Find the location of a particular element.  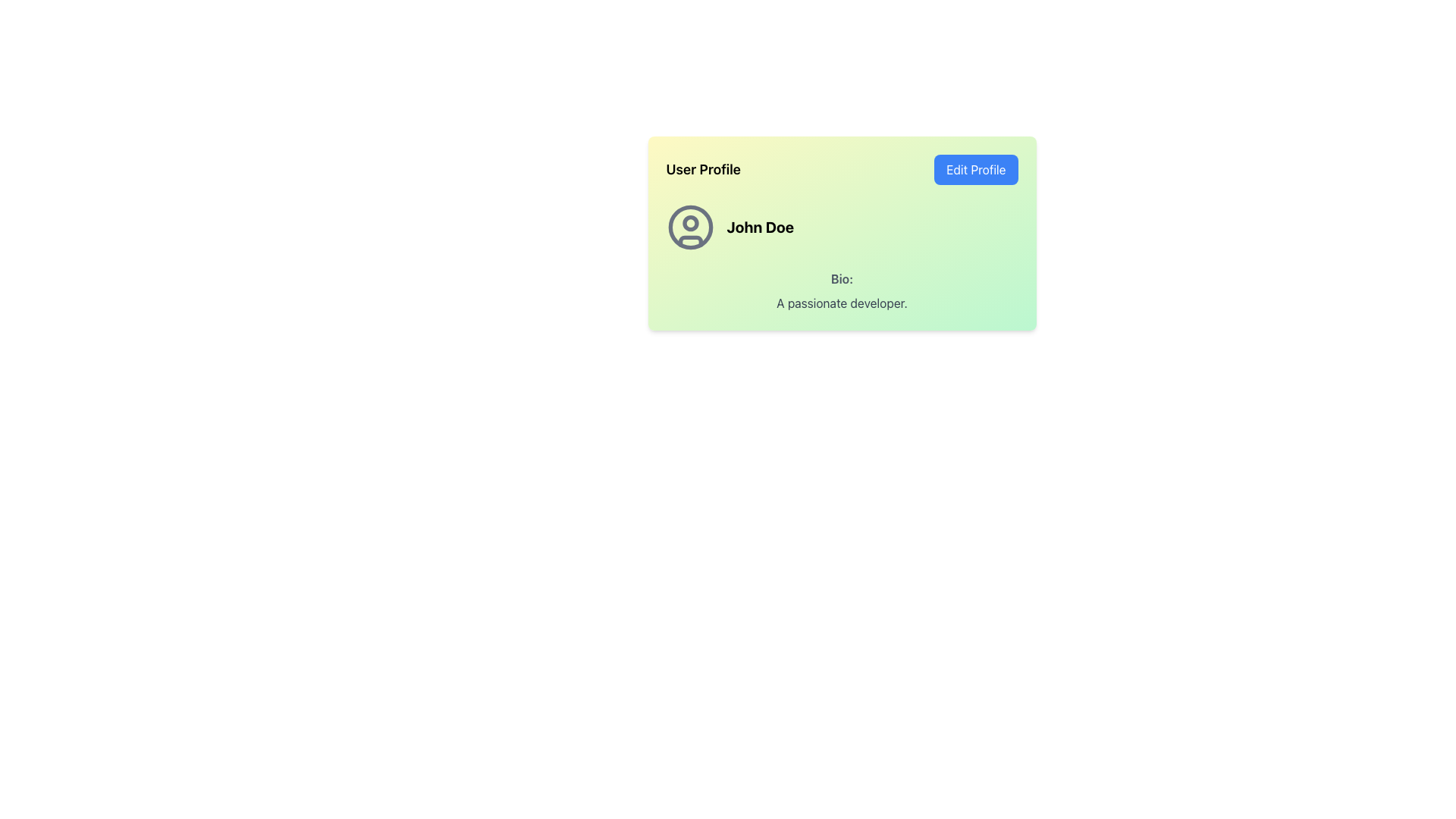

the static text label that contains the text 'Bio:' styled in a bold gray font, located above the description 'A passionate developer' within the user profile card is located at coordinates (841, 278).